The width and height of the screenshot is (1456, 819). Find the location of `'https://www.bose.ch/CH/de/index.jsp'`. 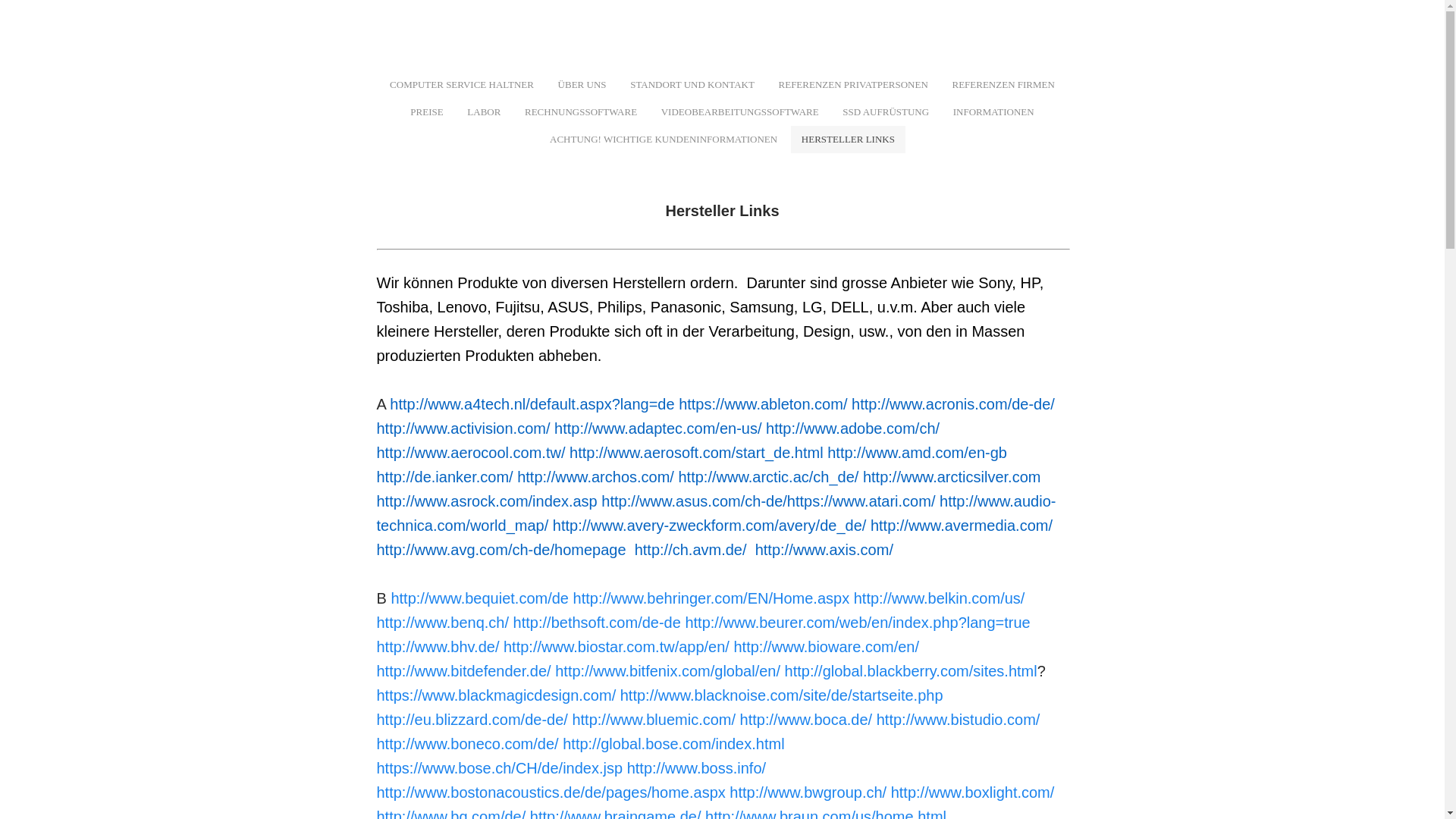

'https://www.bose.ch/CH/de/index.jsp' is located at coordinates (499, 768).